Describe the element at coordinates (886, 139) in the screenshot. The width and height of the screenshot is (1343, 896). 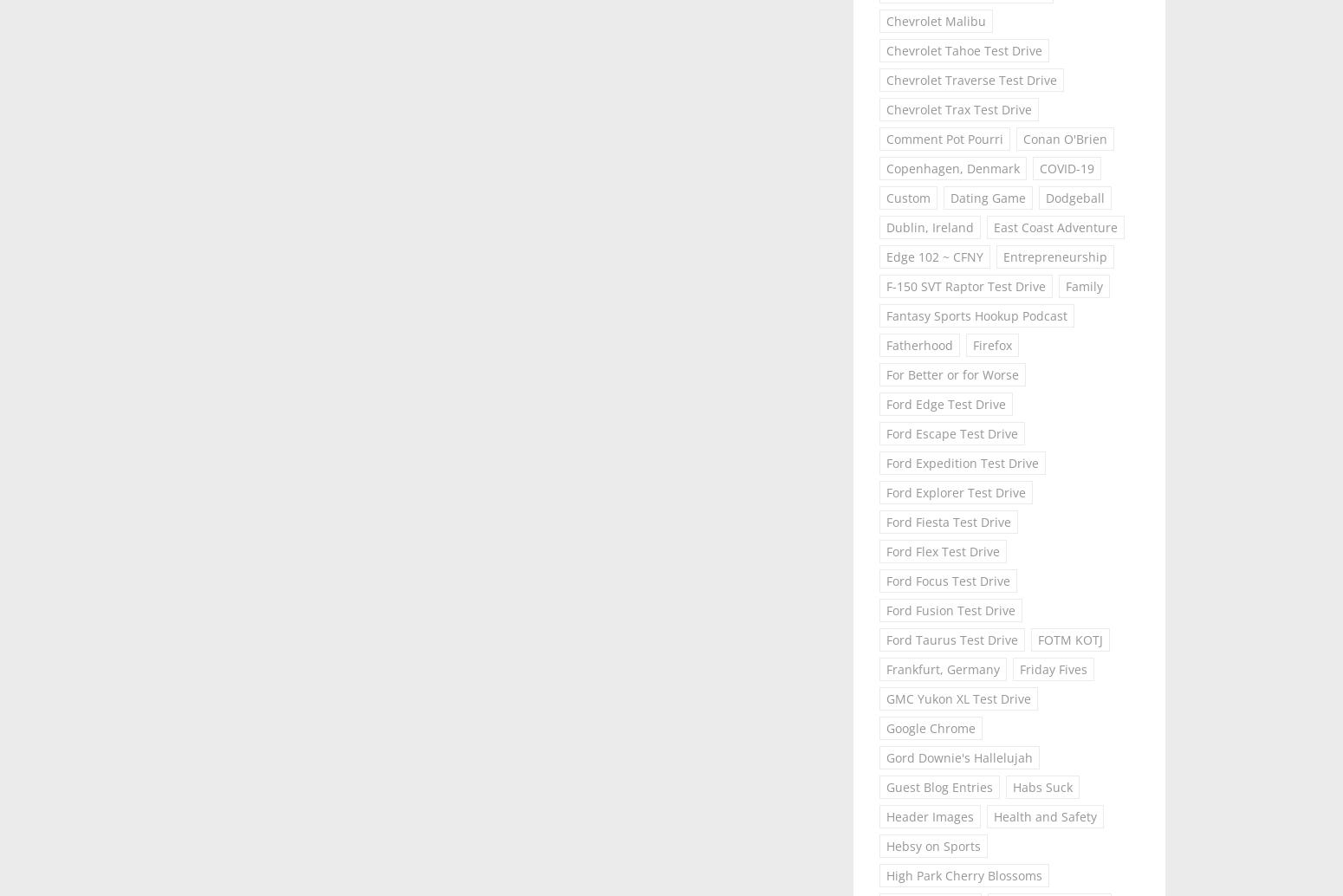
I see `'Comment Pot Pourri'` at that location.